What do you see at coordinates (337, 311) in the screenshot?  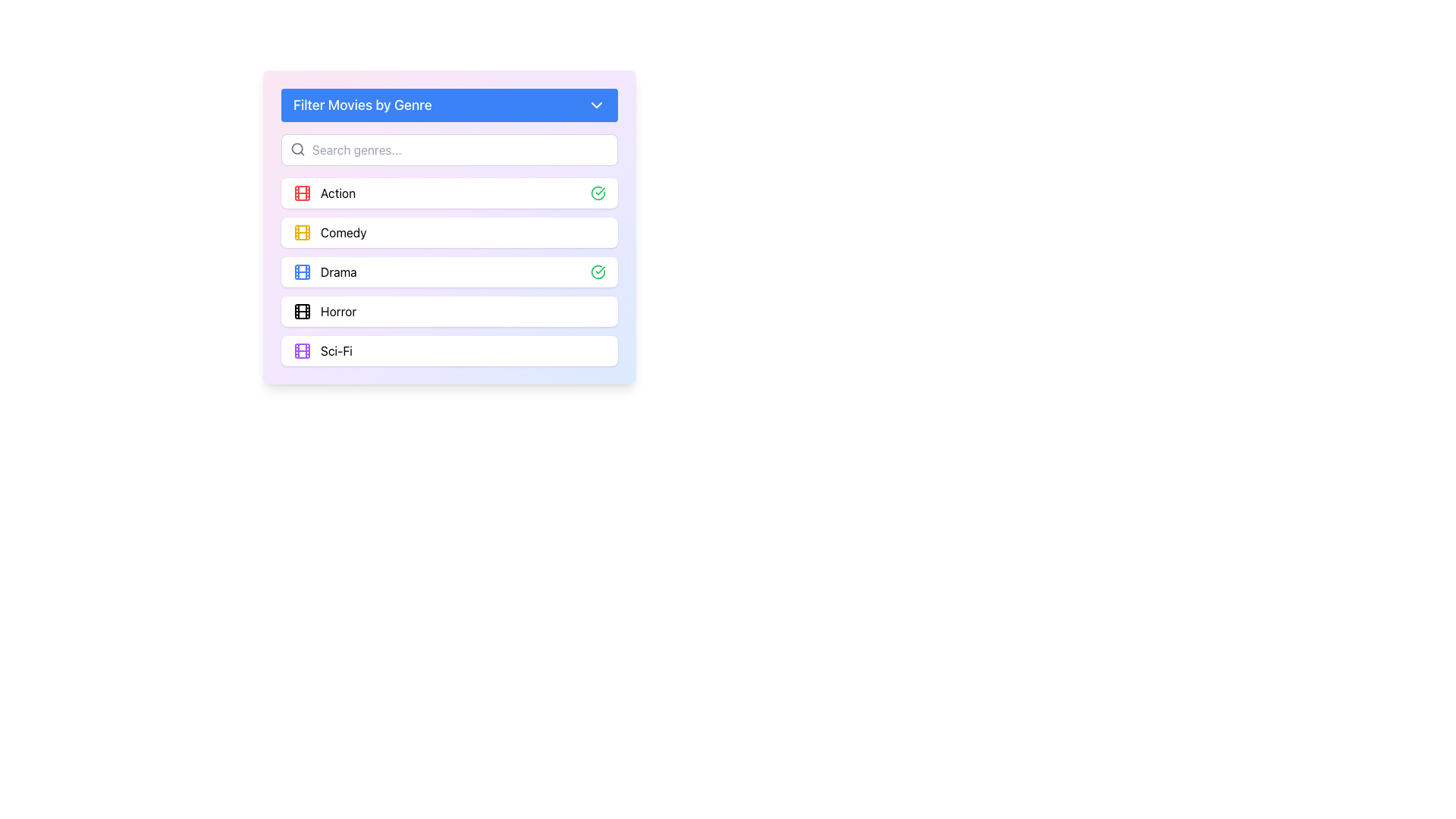 I see `the text label displaying 'Horror' in the 'Filter Movies by Genre' menu, which is positioned below 'Drama' and above 'Sci-Fi'` at bounding box center [337, 311].